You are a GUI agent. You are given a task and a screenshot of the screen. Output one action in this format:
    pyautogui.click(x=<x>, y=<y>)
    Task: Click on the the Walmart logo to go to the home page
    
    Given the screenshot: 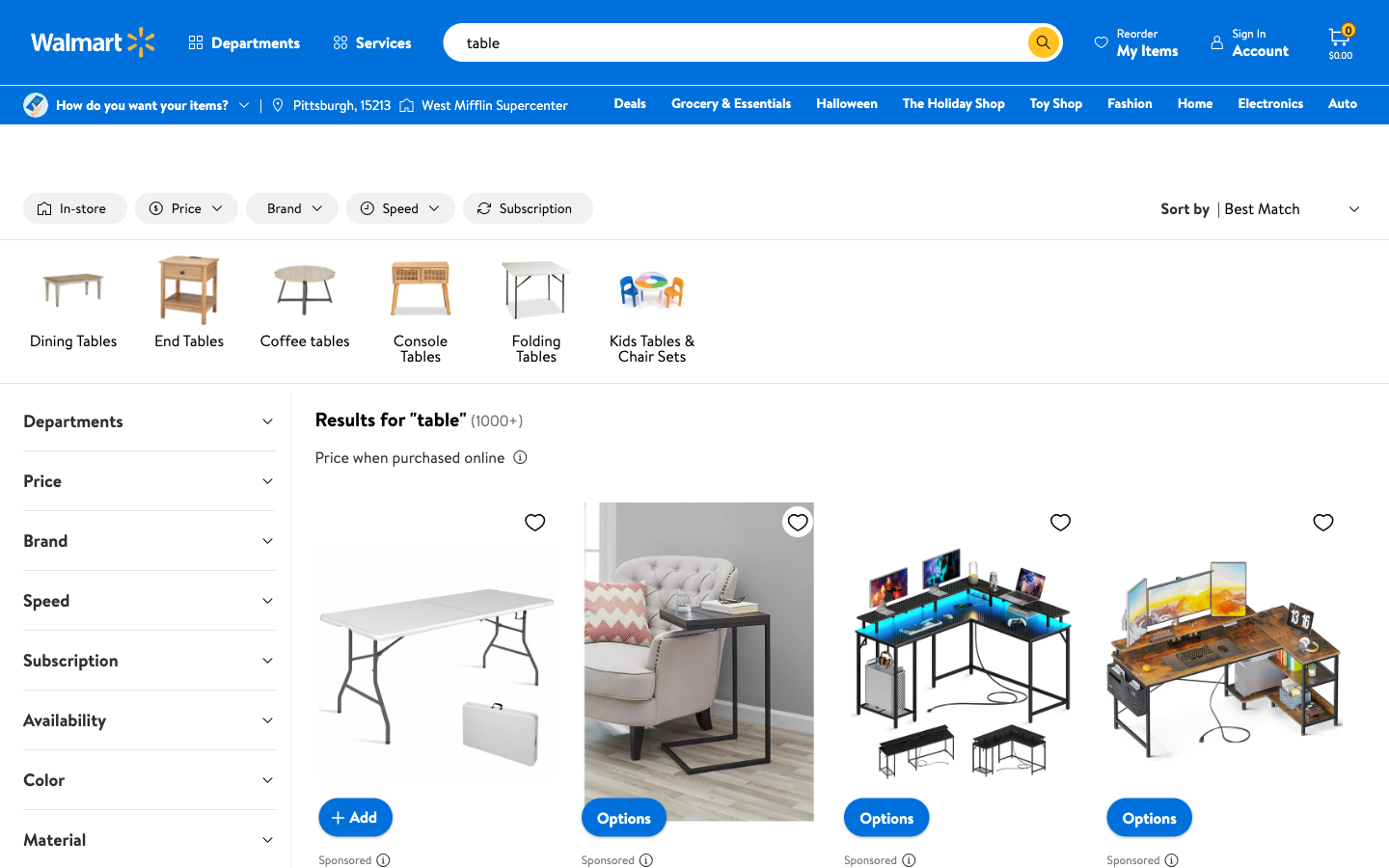 What is the action you would take?
    pyautogui.click(x=94, y=41)
    